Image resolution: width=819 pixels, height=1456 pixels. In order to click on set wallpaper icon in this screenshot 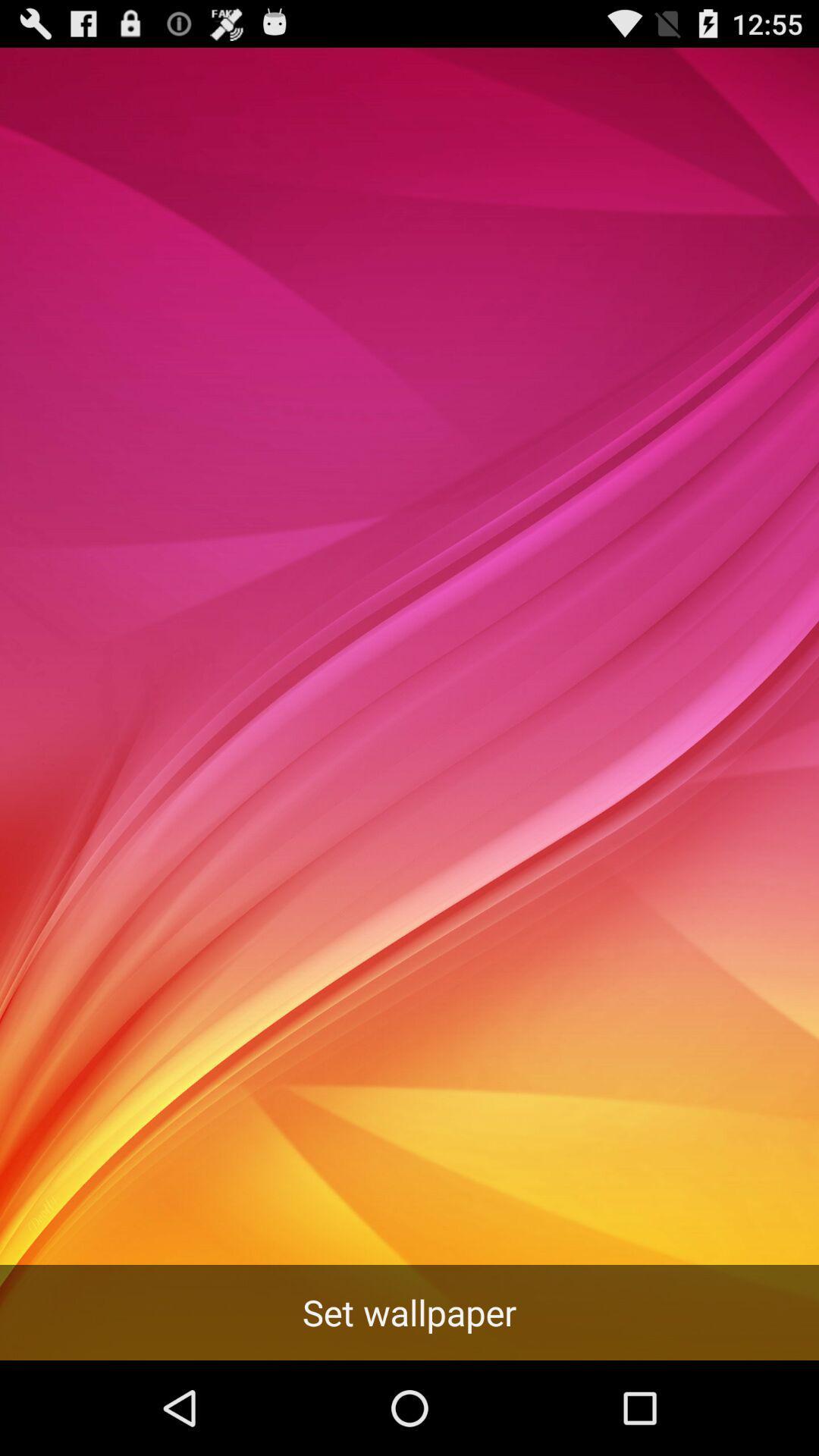, I will do `click(409, 1312)`.